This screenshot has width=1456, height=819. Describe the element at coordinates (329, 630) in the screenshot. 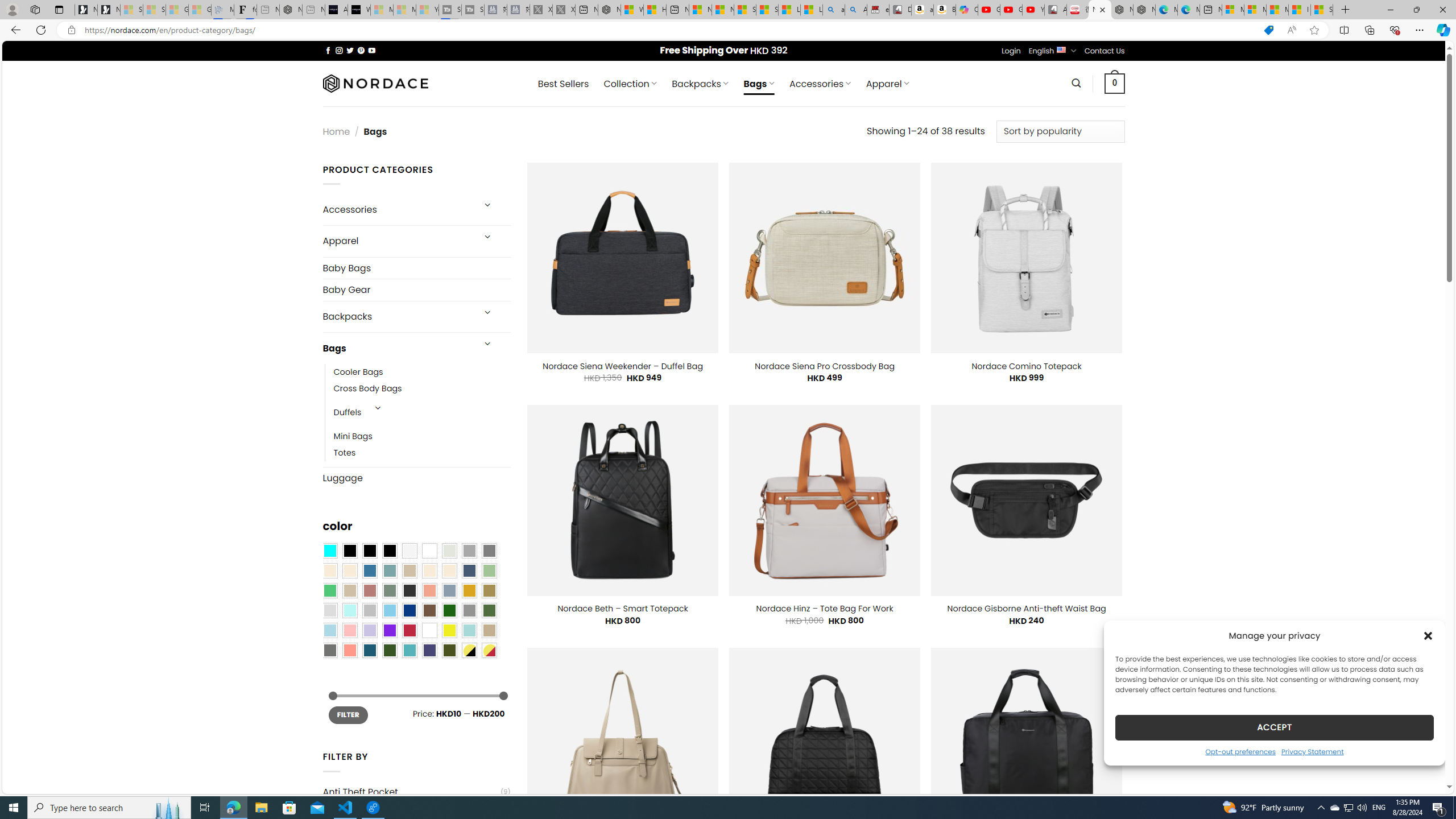

I see `'Light Blue'` at that location.